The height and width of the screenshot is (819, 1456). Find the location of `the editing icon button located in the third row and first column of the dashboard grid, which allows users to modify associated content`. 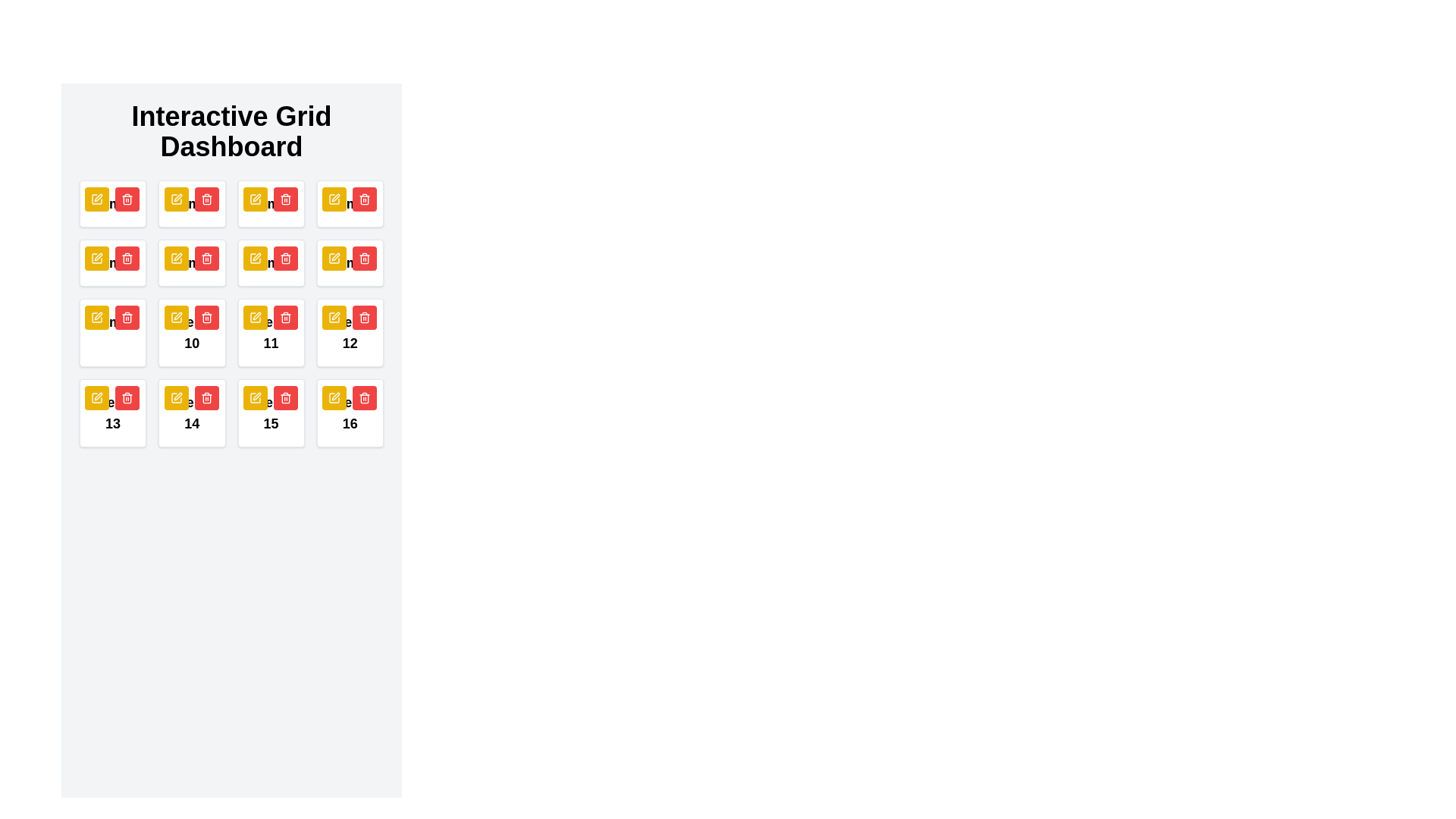

the editing icon button located in the third row and first column of the dashboard grid, which allows users to modify associated content is located at coordinates (256, 256).